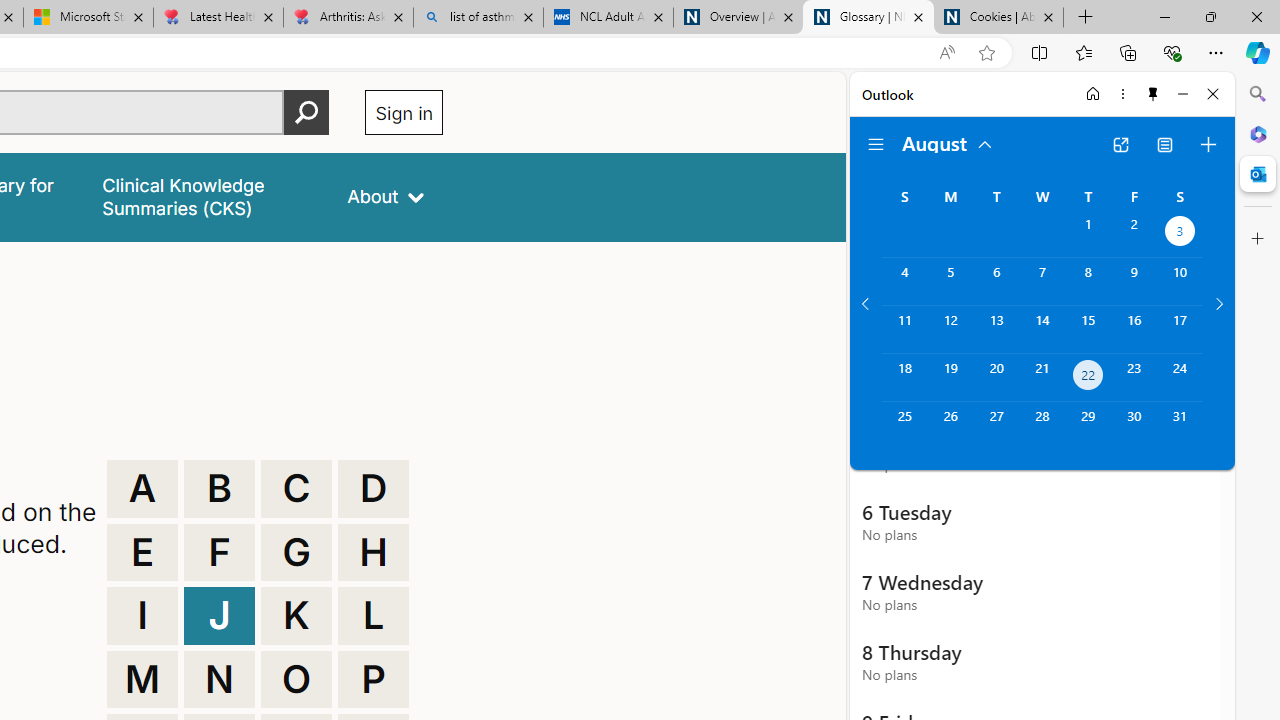  What do you see at coordinates (295, 614) in the screenshot?
I see `'K'` at bounding box center [295, 614].